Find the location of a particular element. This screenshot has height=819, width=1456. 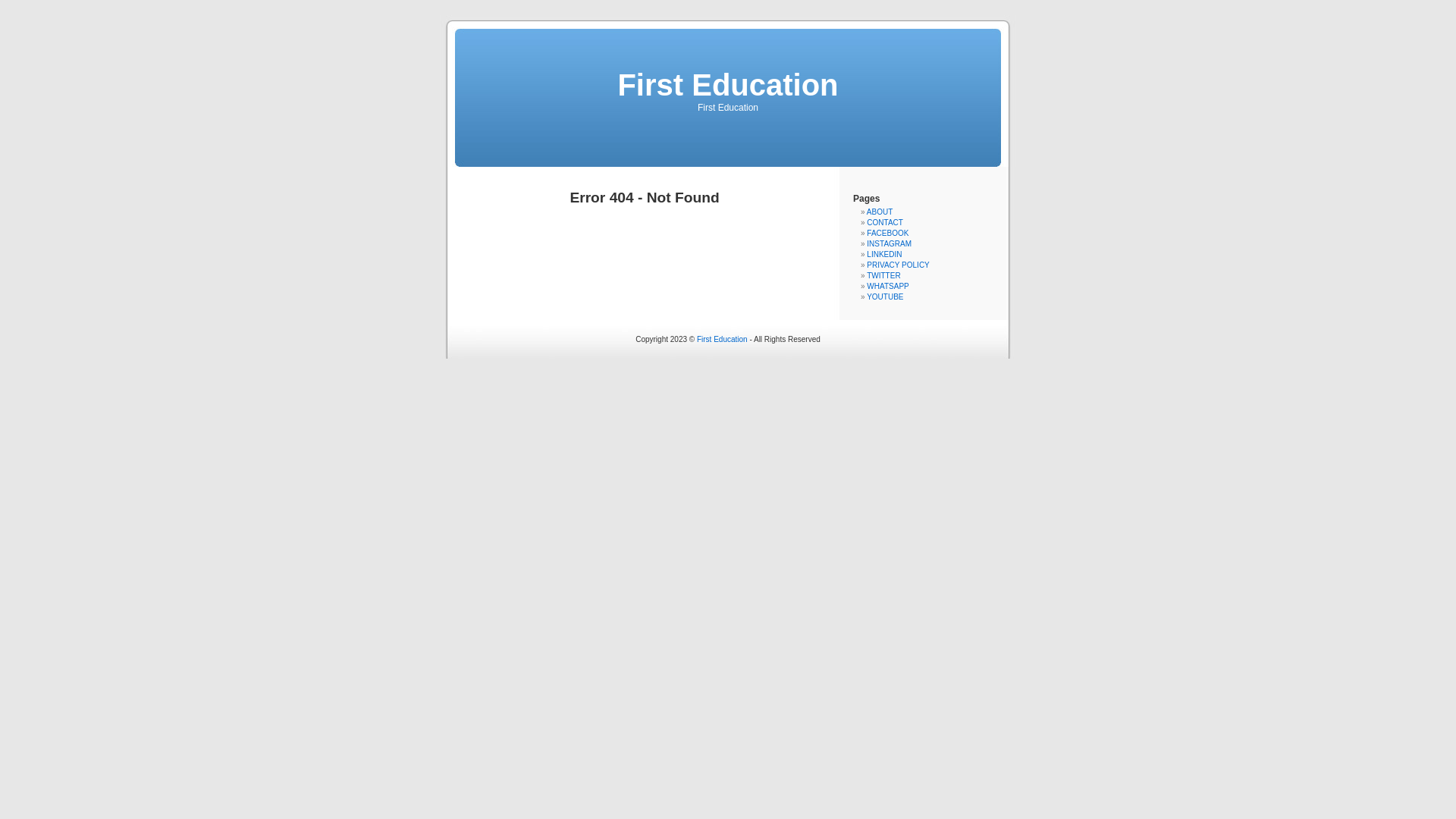

'First Education' is located at coordinates (721, 338).